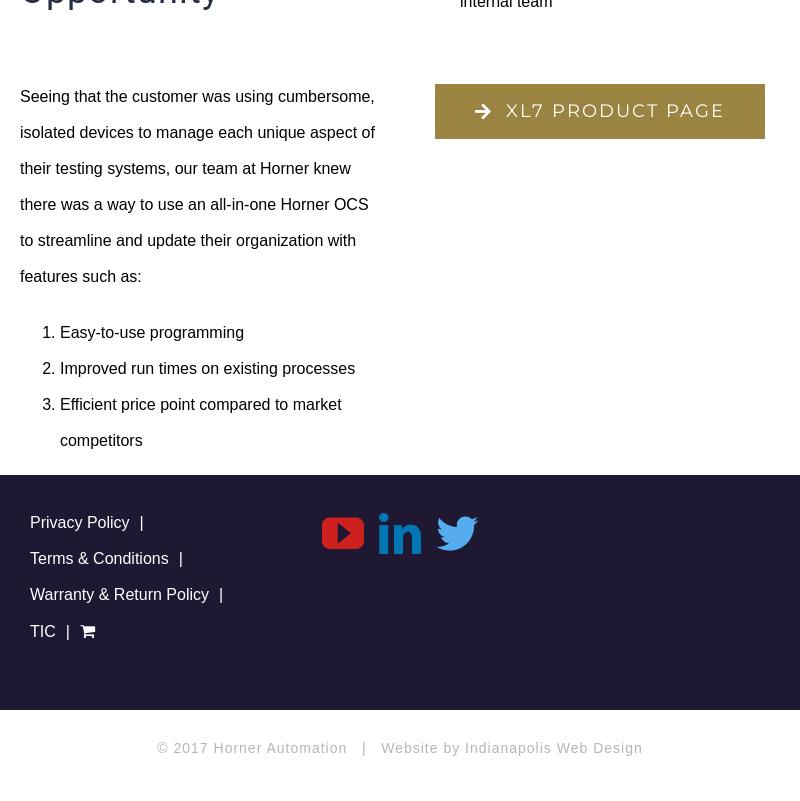 The height and width of the screenshot is (801, 800). Describe the element at coordinates (614, 109) in the screenshot. I see `'XL7 PRODUCT PAGE'` at that location.